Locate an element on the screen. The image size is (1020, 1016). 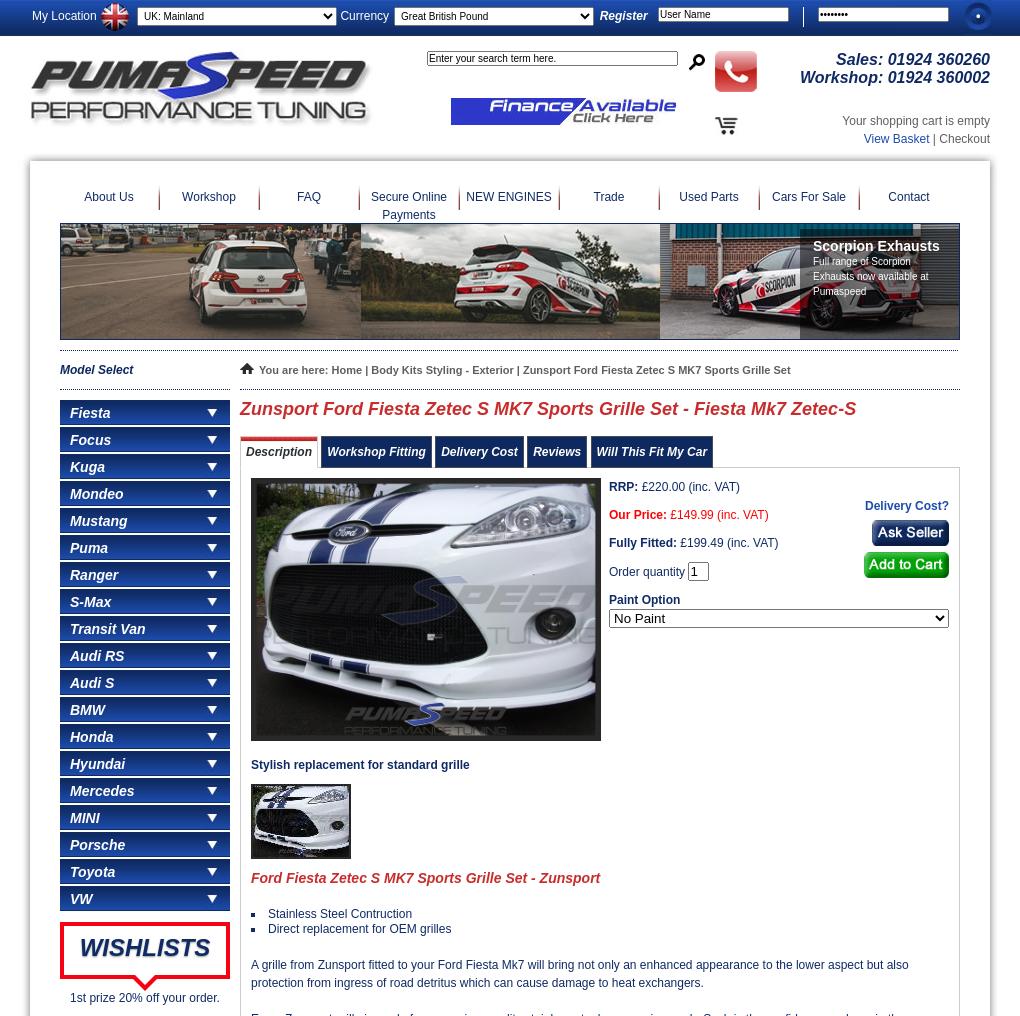
'Porsche' is located at coordinates (96, 845).